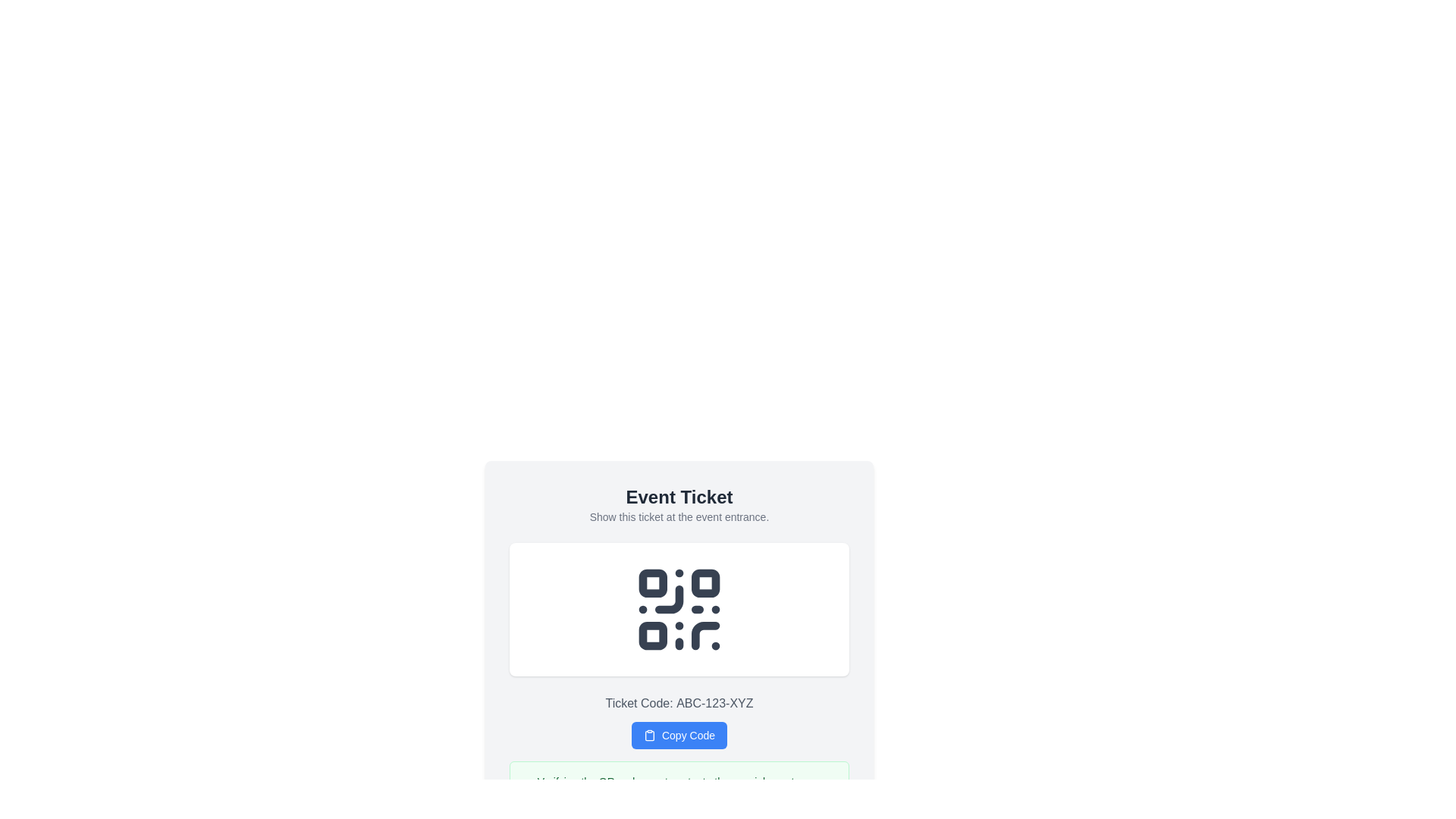  What do you see at coordinates (679, 516) in the screenshot?
I see `the Text Label that provides instructions for showing the ticket at the event entrance, which is located beneath the 'Event Ticket' title` at bounding box center [679, 516].